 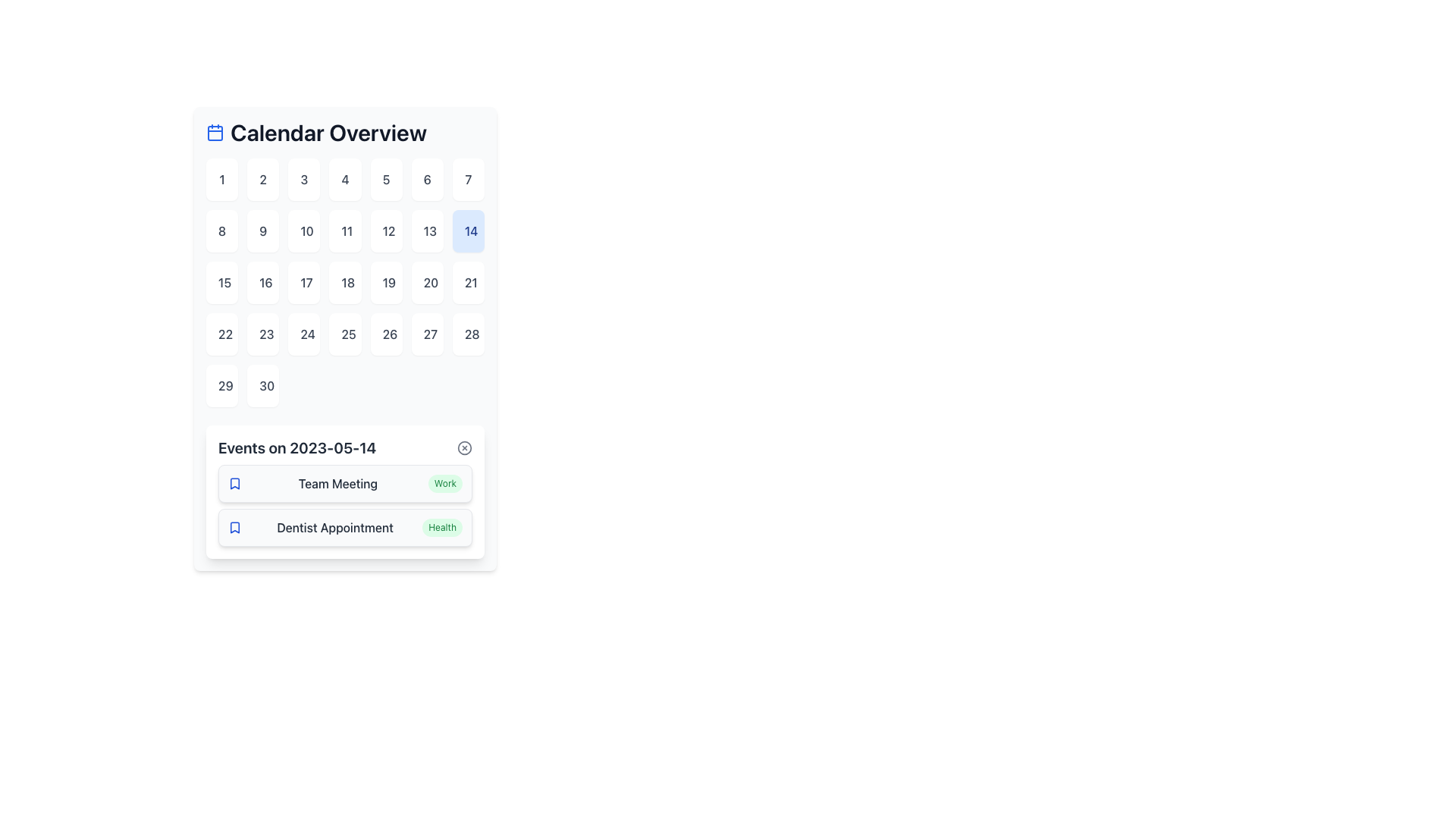 I want to click on the selectable calendar date button located in the last row and second column of the grid, so click(x=263, y=385).